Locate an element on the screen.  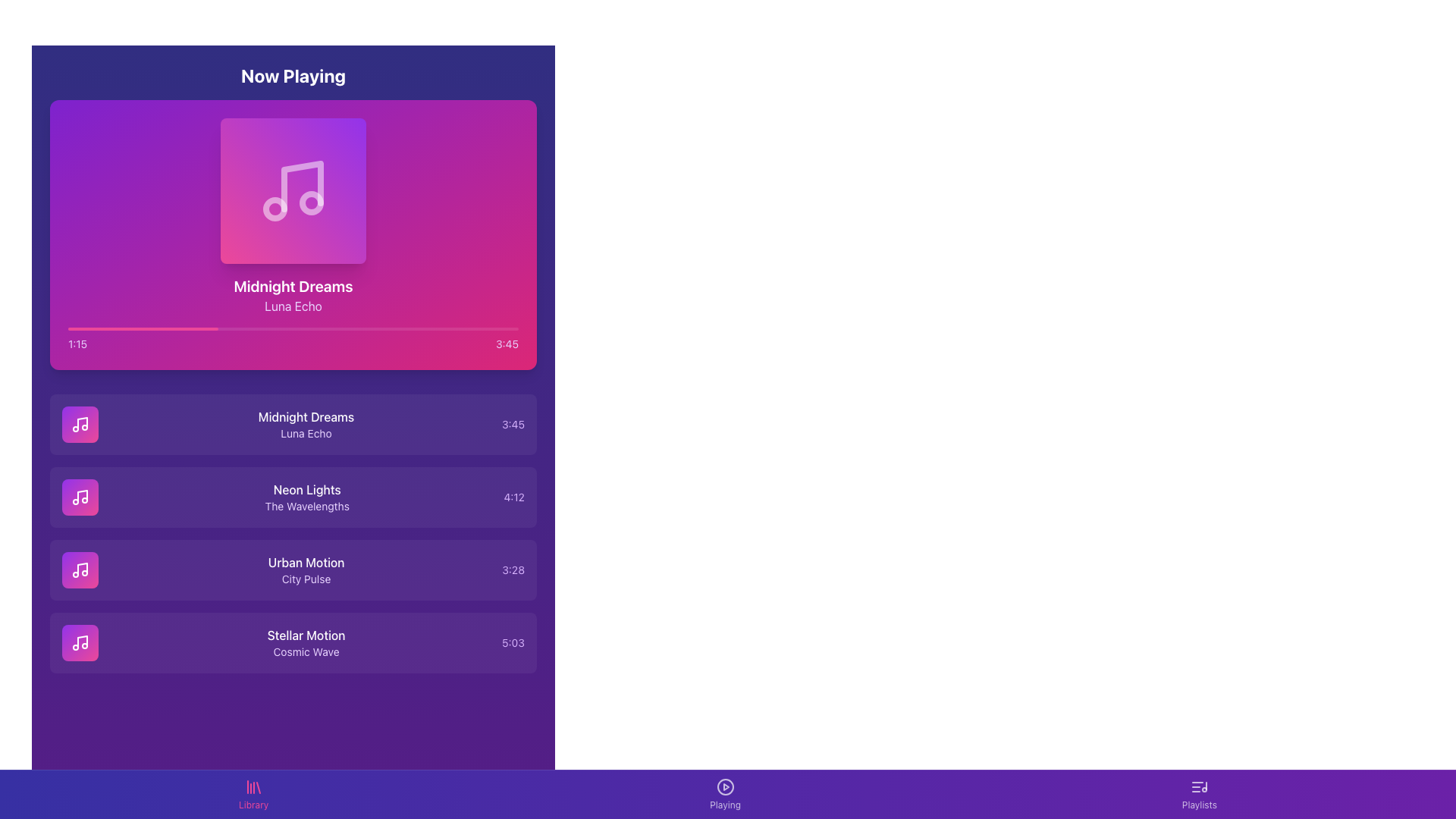
the Text Label that represents the title of a song or playlist item located in the third row of the playlist, positioned to the right of a music icon is located at coordinates (306, 562).